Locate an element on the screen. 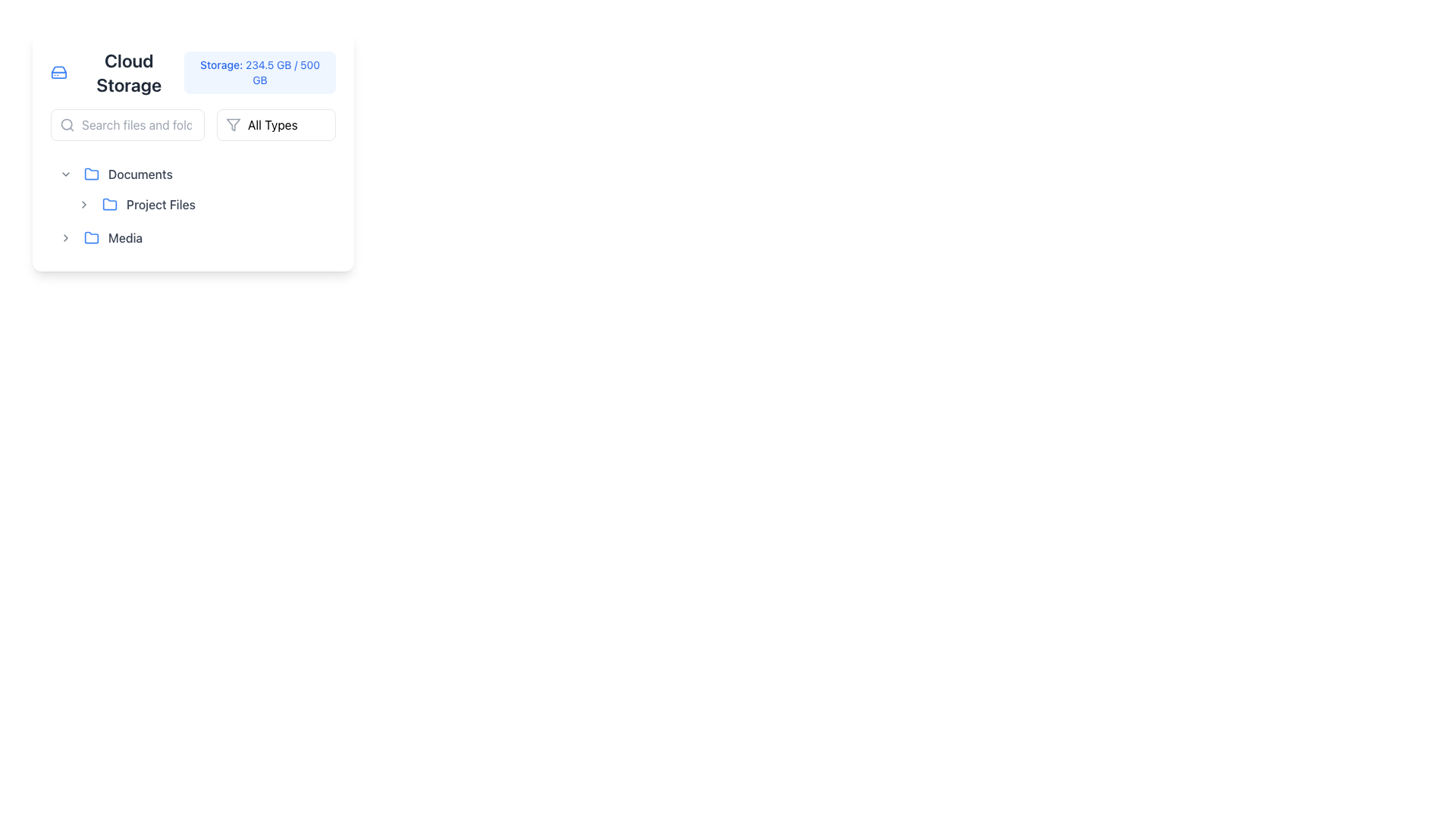 Image resolution: width=1456 pixels, height=819 pixels. the 'Project Files' text label with an associated folder icon located under 'Documents2023-12-01' is located at coordinates (192, 205).